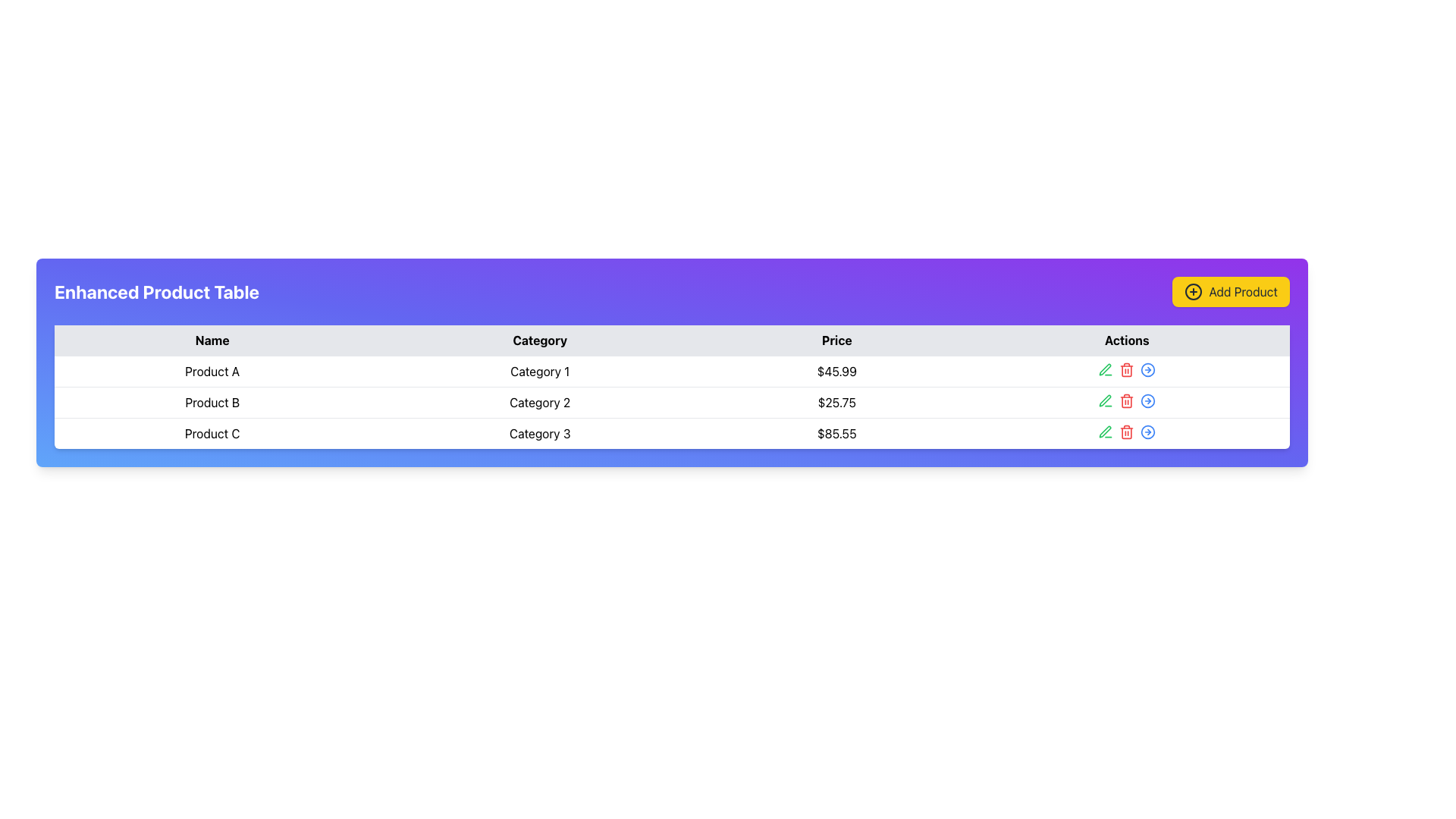 The height and width of the screenshot is (819, 1456). Describe the element at coordinates (836, 371) in the screenshot. I see `the Text Label displaying the price of 'Product A' in the third column of the table` at that location.